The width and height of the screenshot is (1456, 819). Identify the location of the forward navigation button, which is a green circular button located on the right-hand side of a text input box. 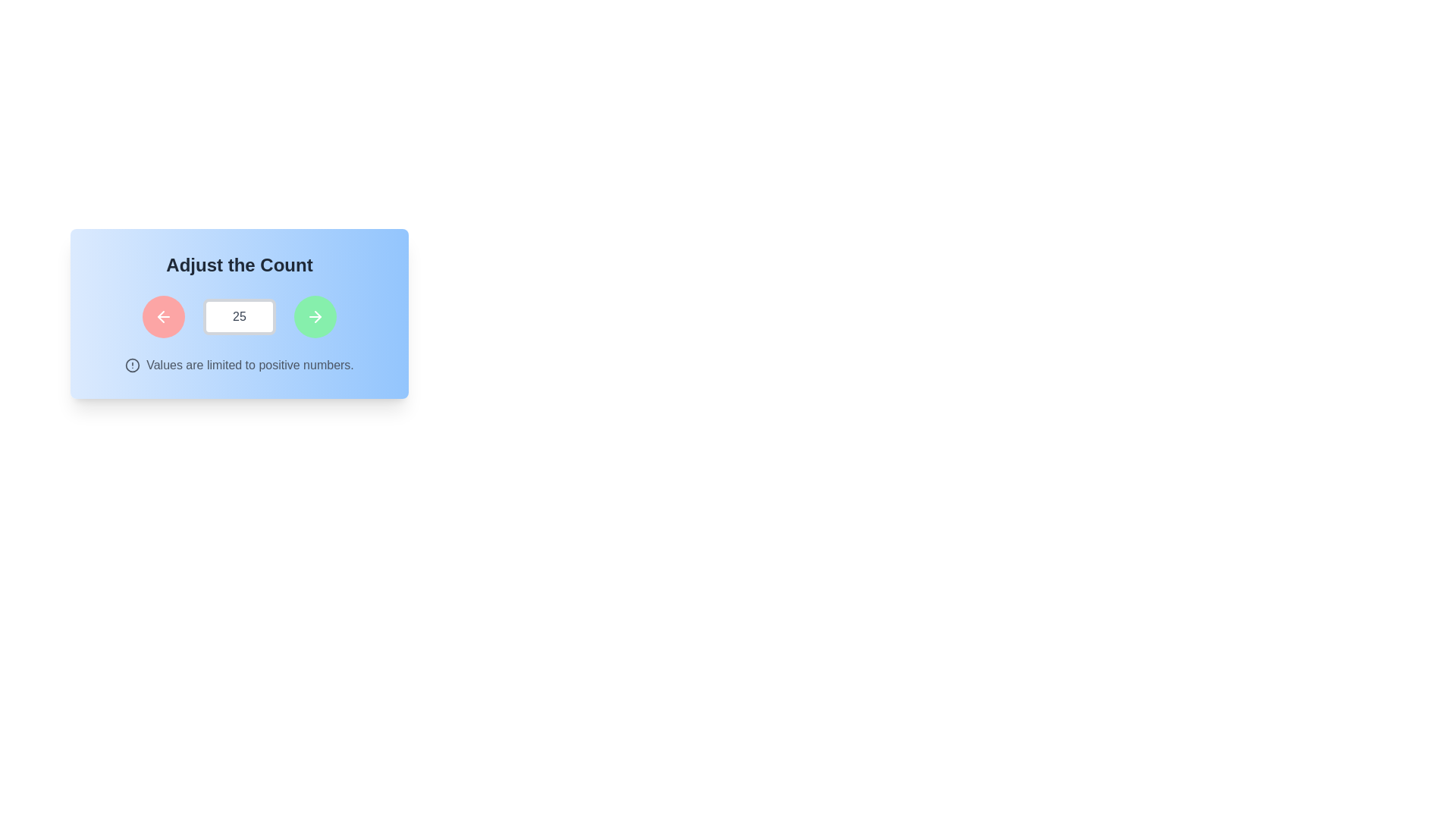
(315, 315).